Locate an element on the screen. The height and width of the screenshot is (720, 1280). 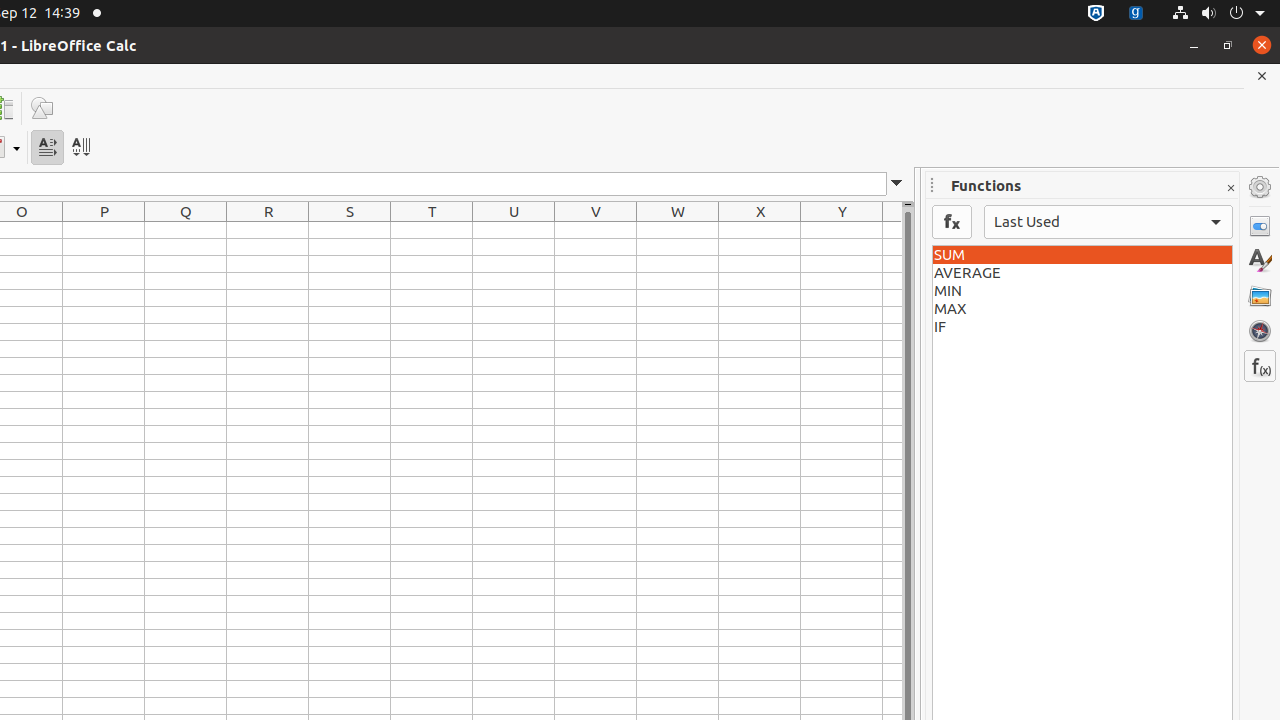
'Navigator' is located at coordinates (1259, 329).